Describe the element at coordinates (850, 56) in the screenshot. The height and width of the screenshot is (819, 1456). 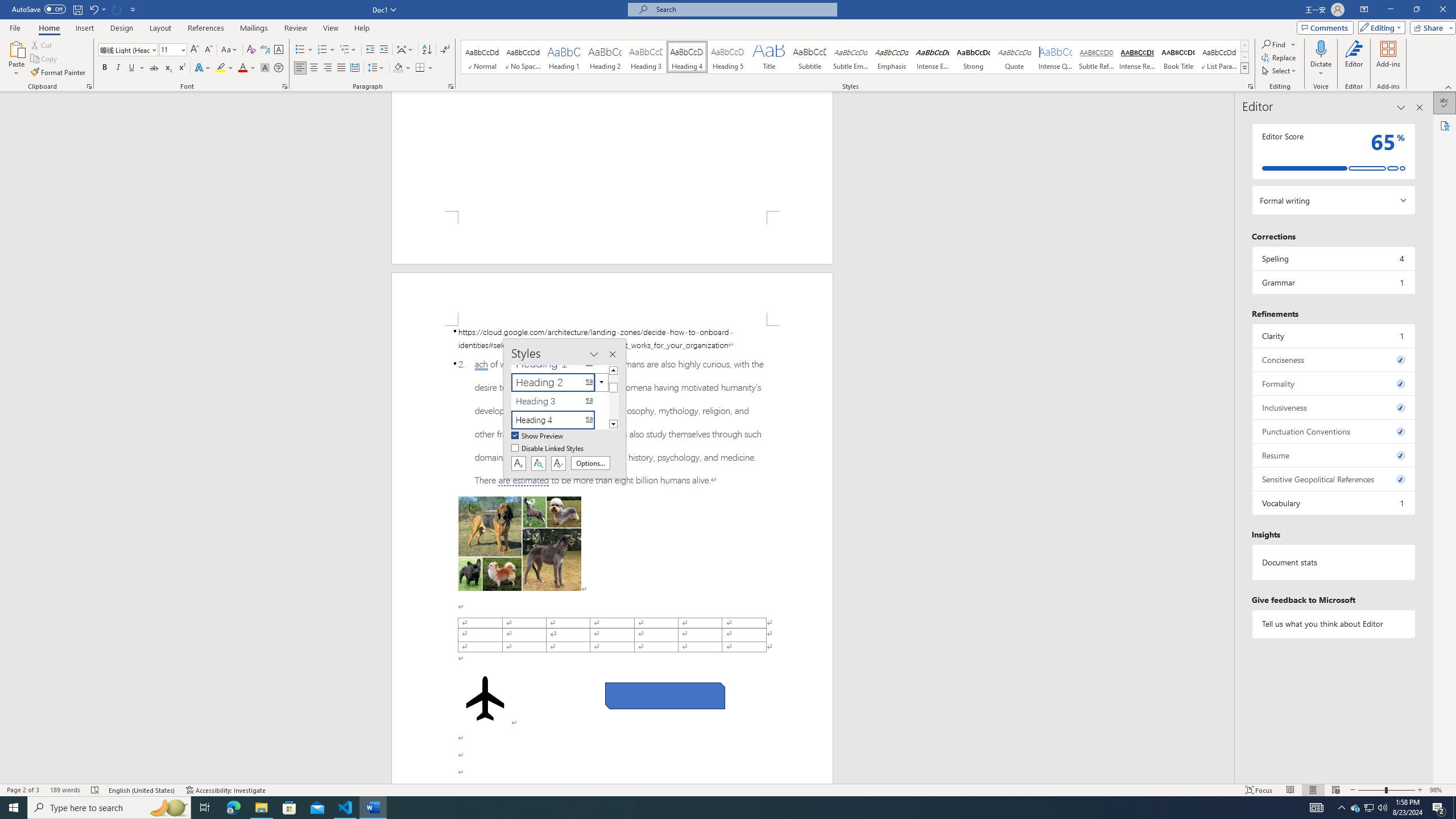
I see `'Subtle Emphasis'` at that location.